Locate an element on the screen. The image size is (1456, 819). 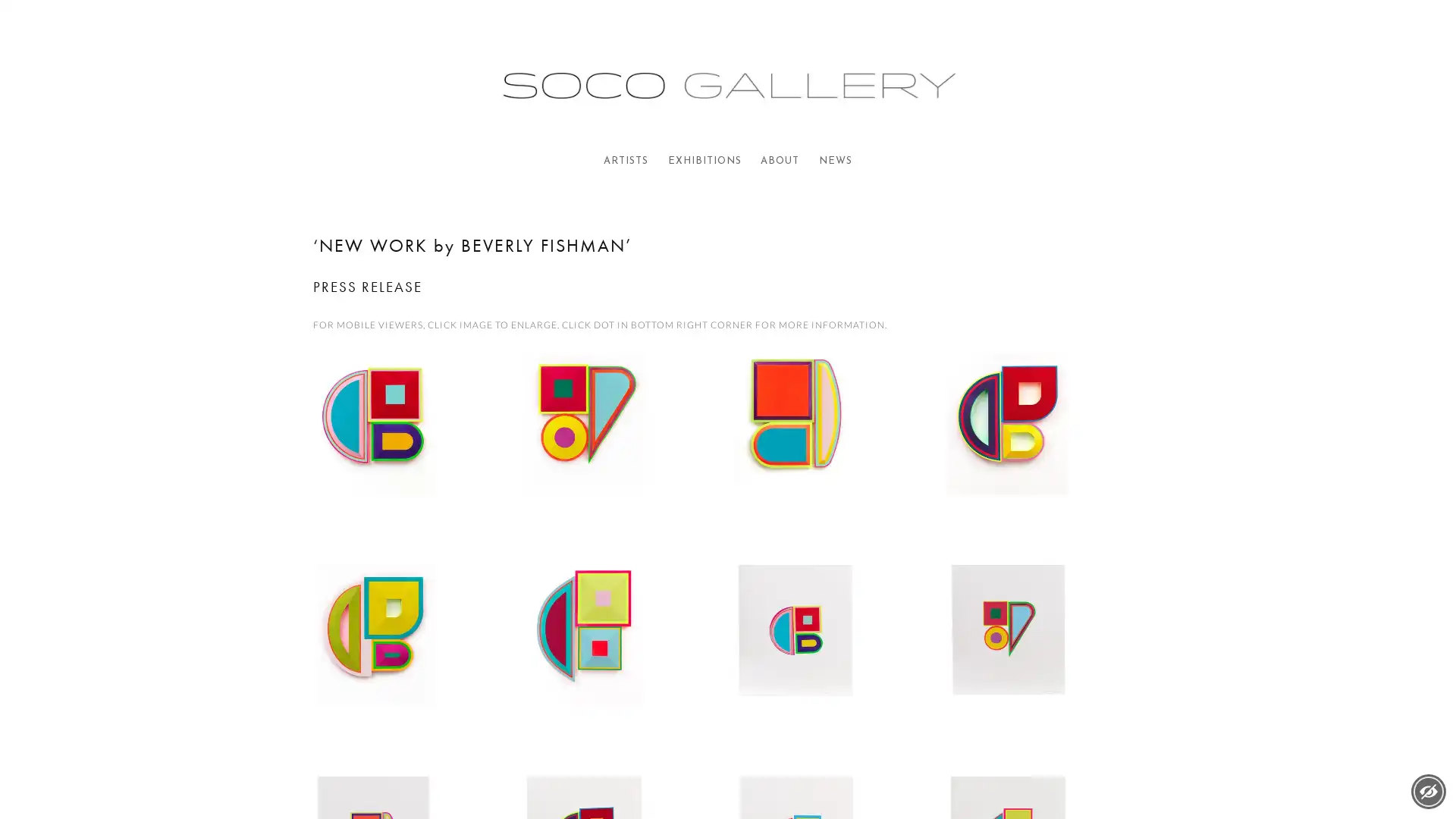
View fullsize BEVERLY FISHMAN Untitled , 2021 vinyl and paper collage on smooth acid free Bristol paper 17 x 14 inches INQUIRE + is located at coordinates (1043, 661).